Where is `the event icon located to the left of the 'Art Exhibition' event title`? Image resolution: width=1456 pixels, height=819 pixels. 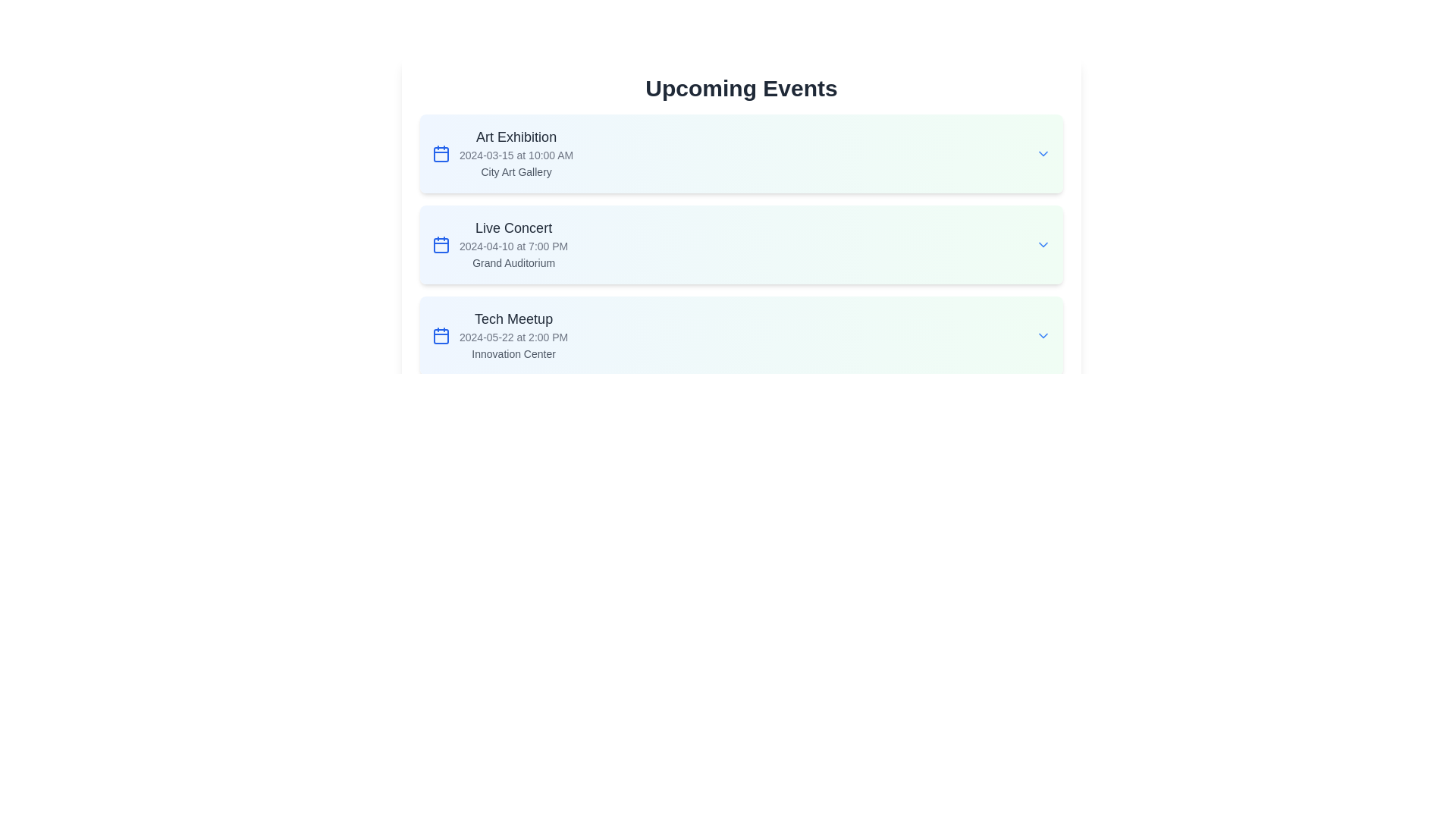
the event icon located to the left of the 'Art Exhibition' event title is located at coordinates (440, 154).